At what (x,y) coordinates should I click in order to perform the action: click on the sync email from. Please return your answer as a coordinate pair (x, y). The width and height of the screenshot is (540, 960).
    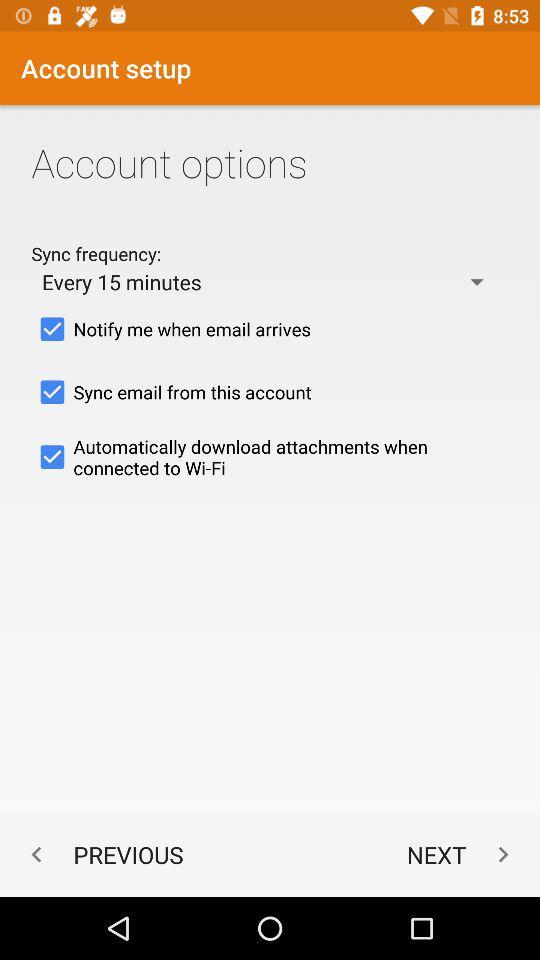
    Looking at the image, I should click on (270, 391).